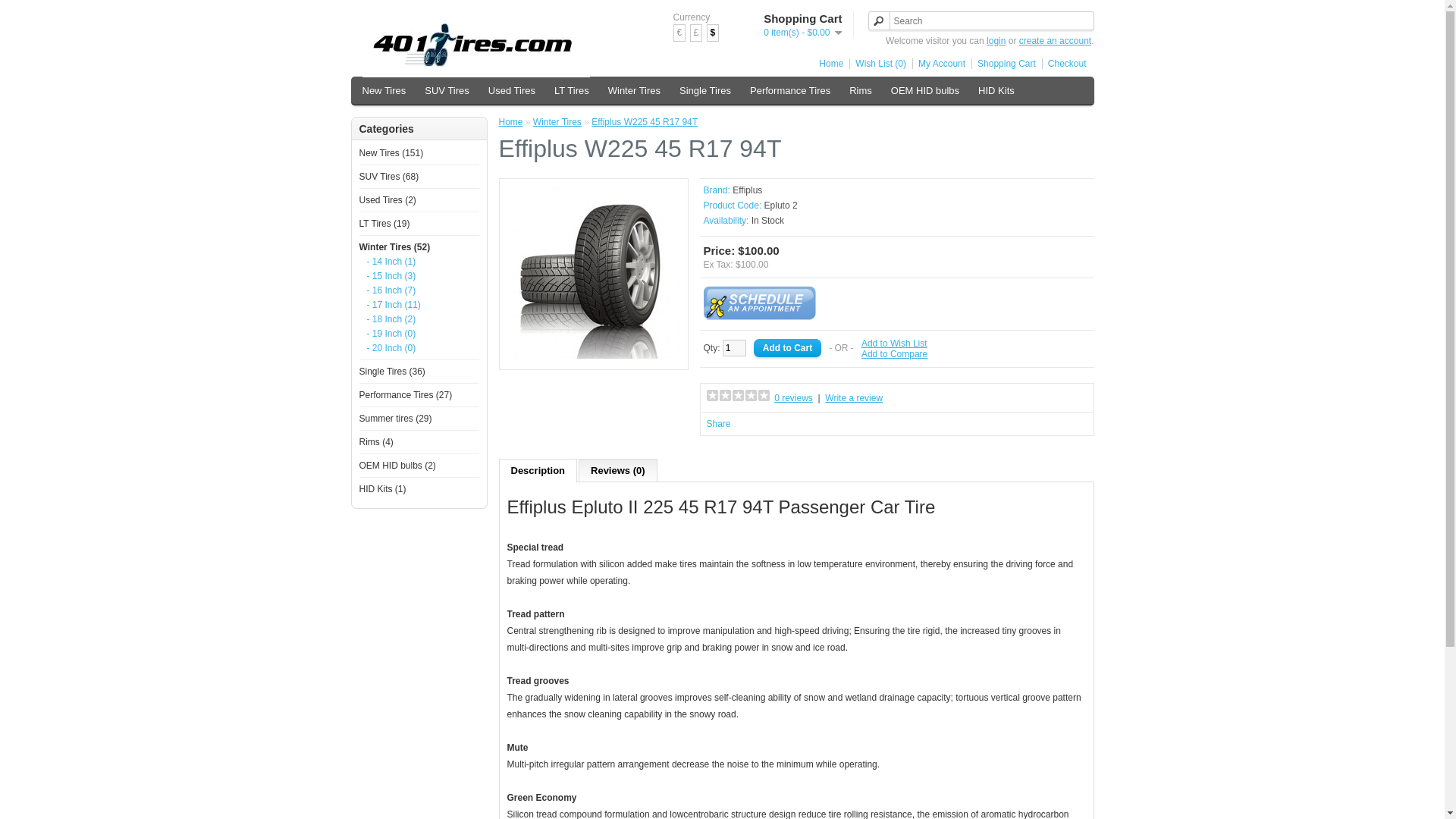  Describe the element at coordinates (764, 32) in the screenshot. I see `'0 item(s) - $0.00'` at that location.